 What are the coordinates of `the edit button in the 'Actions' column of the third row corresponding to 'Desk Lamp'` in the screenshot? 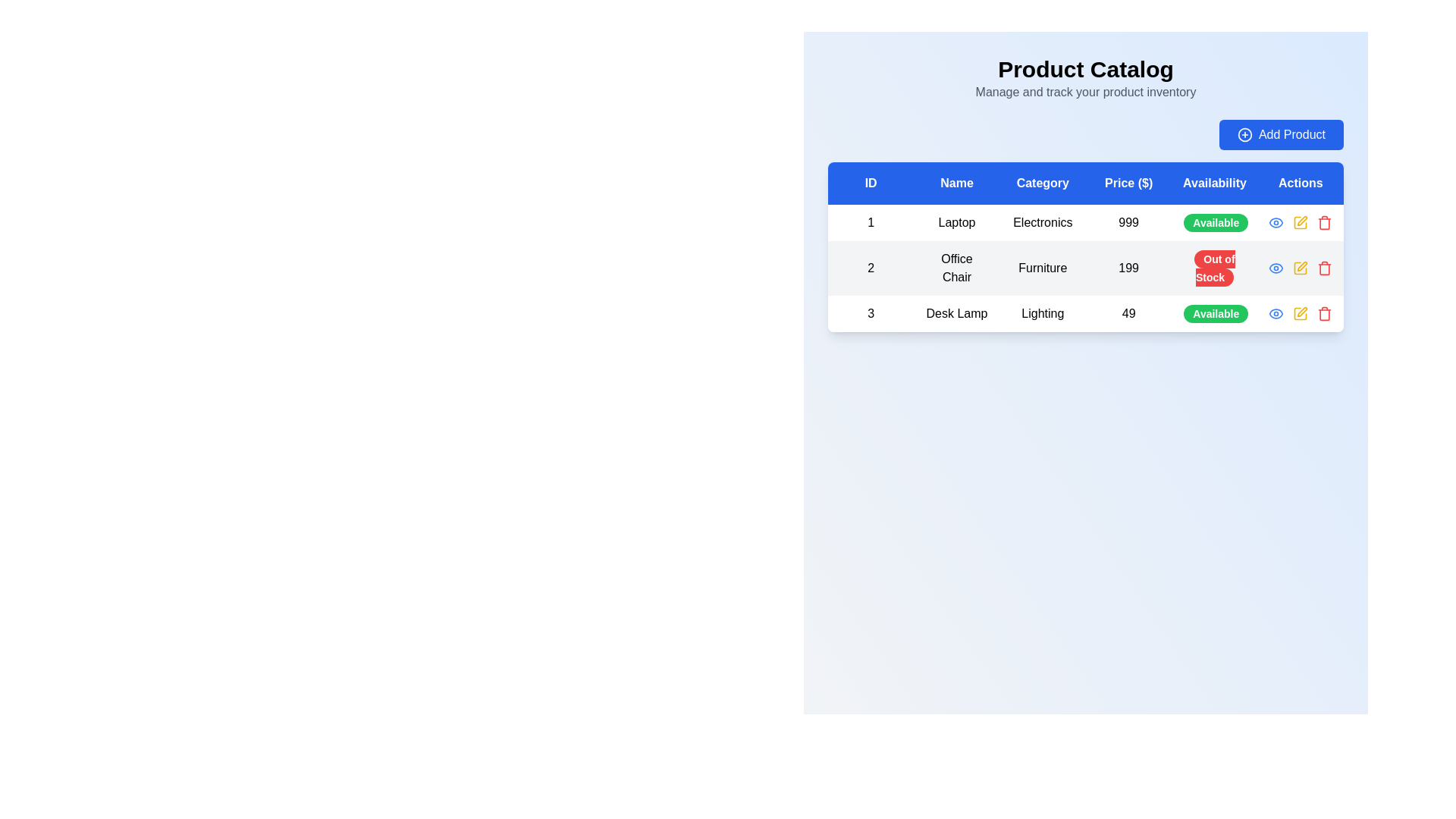 It's located at (1300, 312).